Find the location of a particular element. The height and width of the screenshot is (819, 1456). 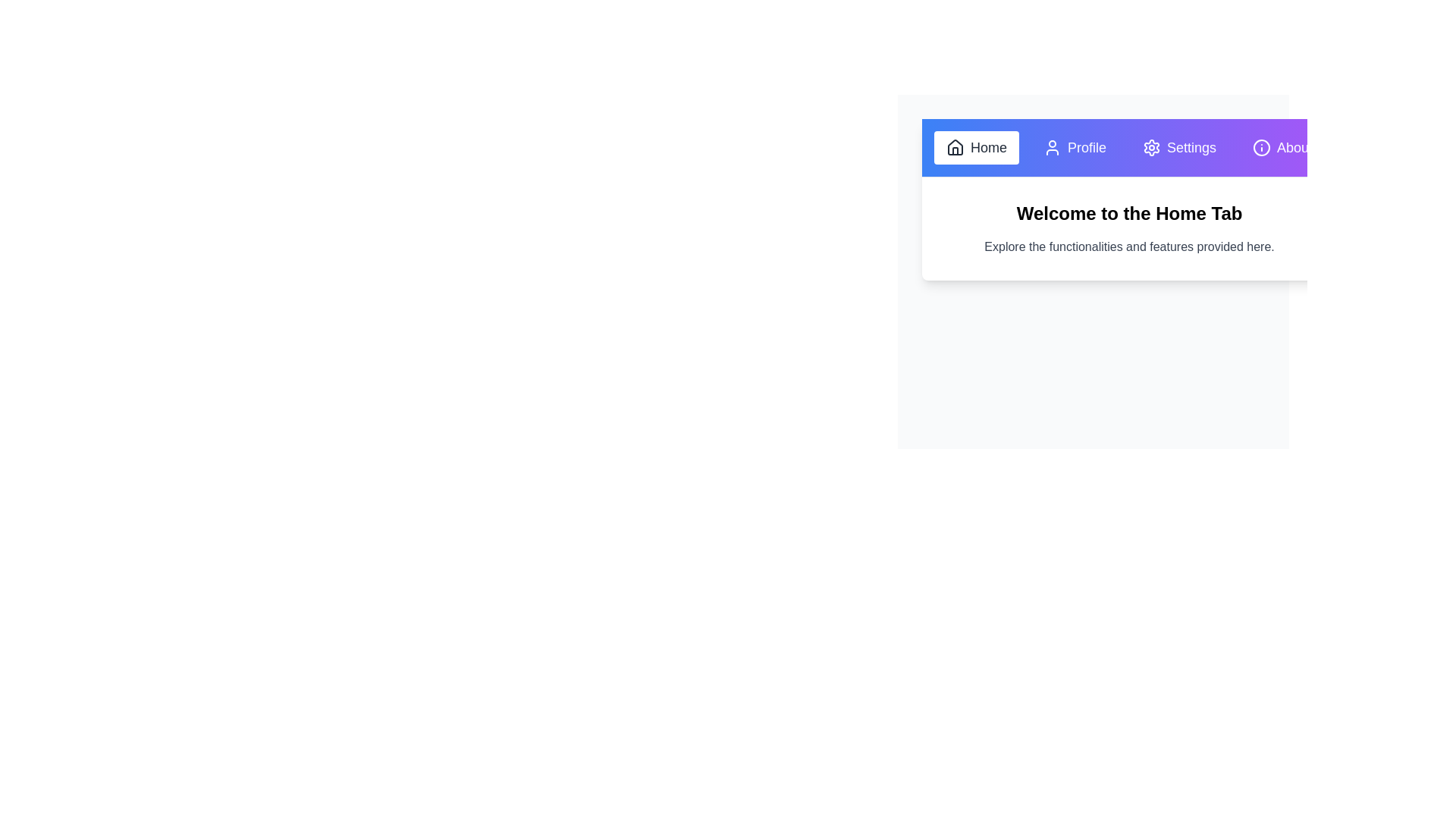

text content of the introductory Text label located beneath the bold heading 'Welcome to the Home Tab' is located at coordinates (1129, 246).